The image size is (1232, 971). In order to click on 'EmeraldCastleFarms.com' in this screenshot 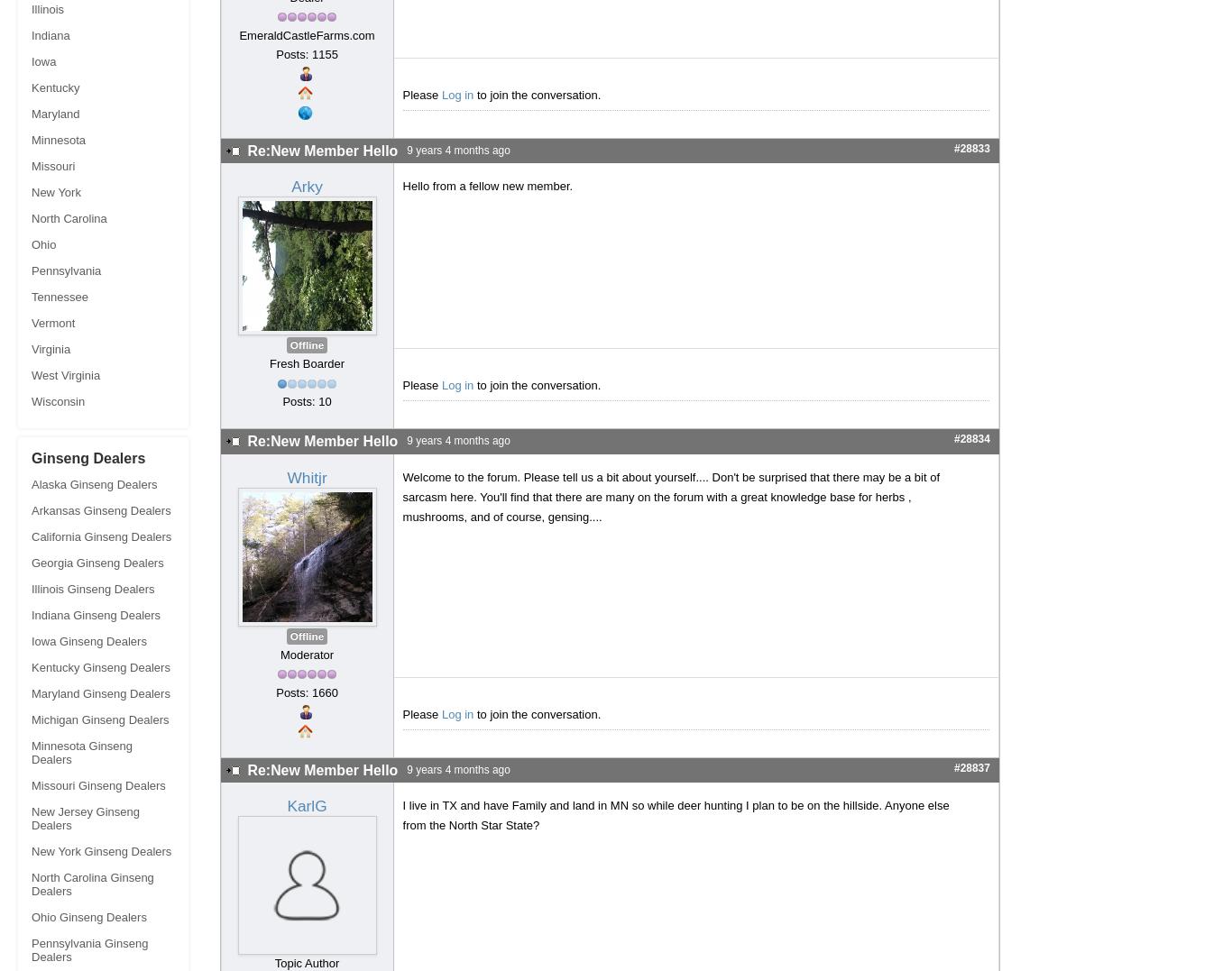, I will do `click(306, 33)`.